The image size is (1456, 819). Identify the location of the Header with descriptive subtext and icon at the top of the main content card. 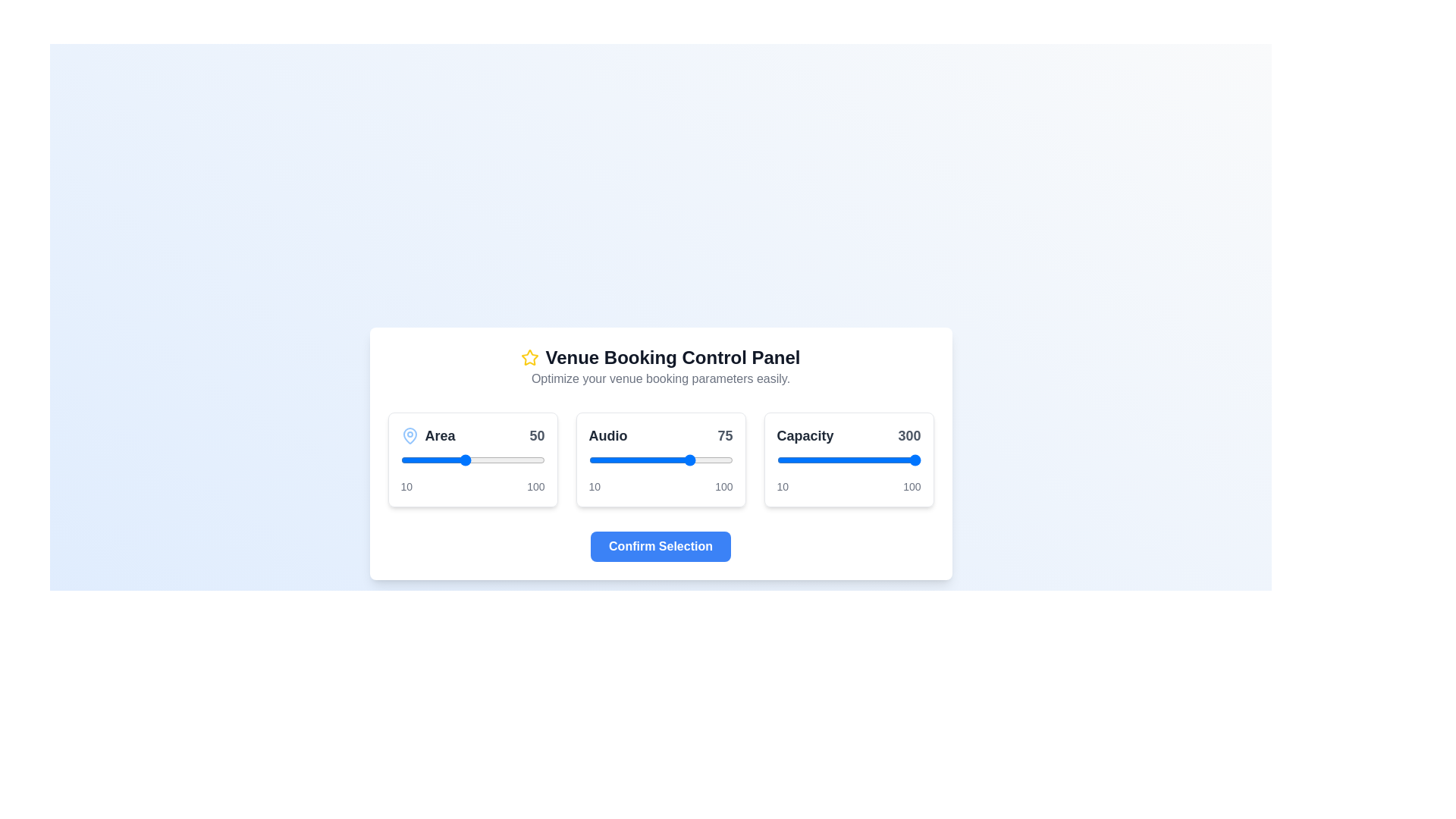
(661, 366).